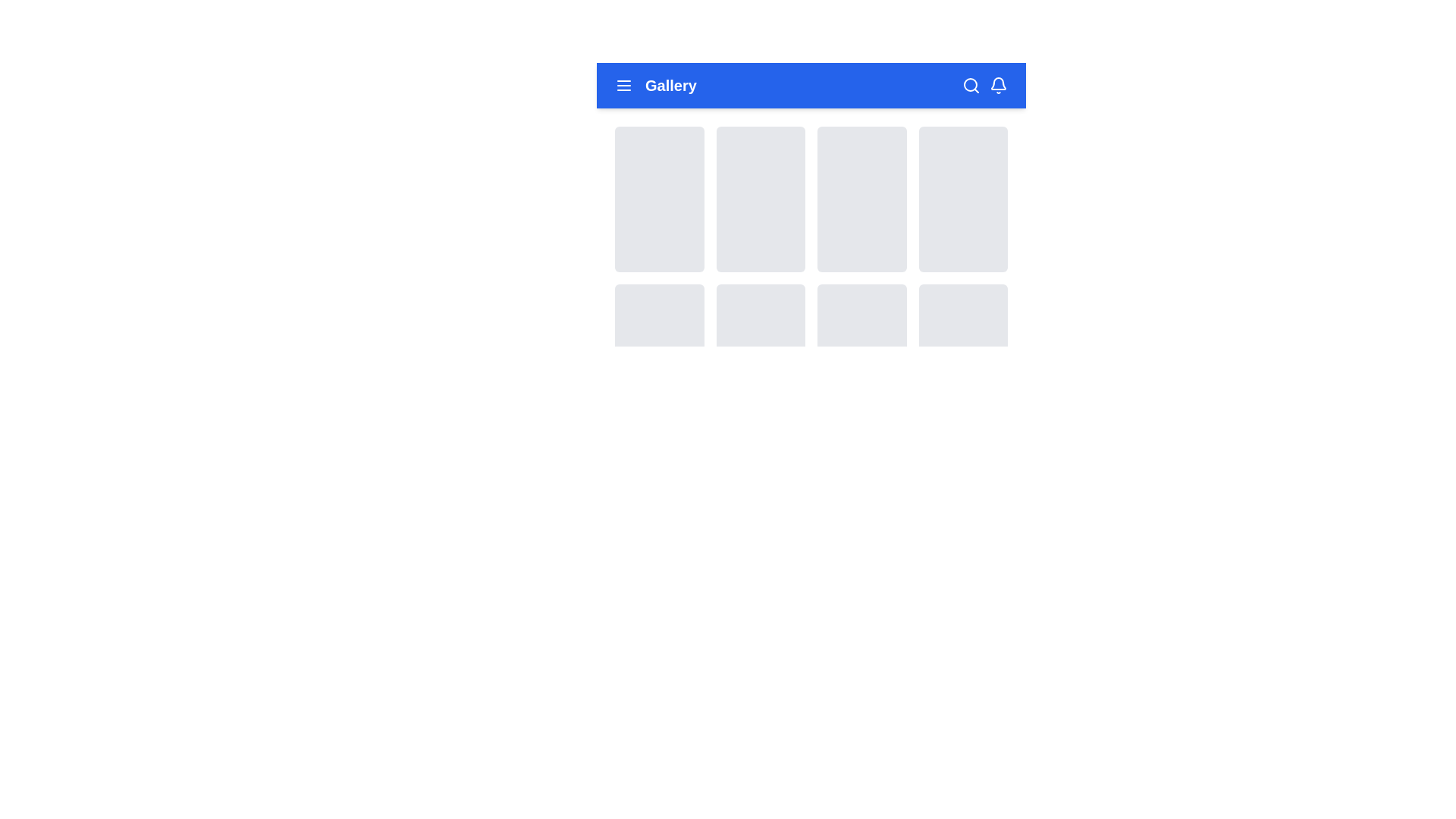 The width and height of the screenshot is (1456, 819). Describe the element at coordinates (670, 85) in the screenshot. I see `the static text label reading 'Gallery' which is styled in white, extra large, bold font, located within the blue navigation bar near the left side, positioned to the right of a hamburger menu icon` at that location.